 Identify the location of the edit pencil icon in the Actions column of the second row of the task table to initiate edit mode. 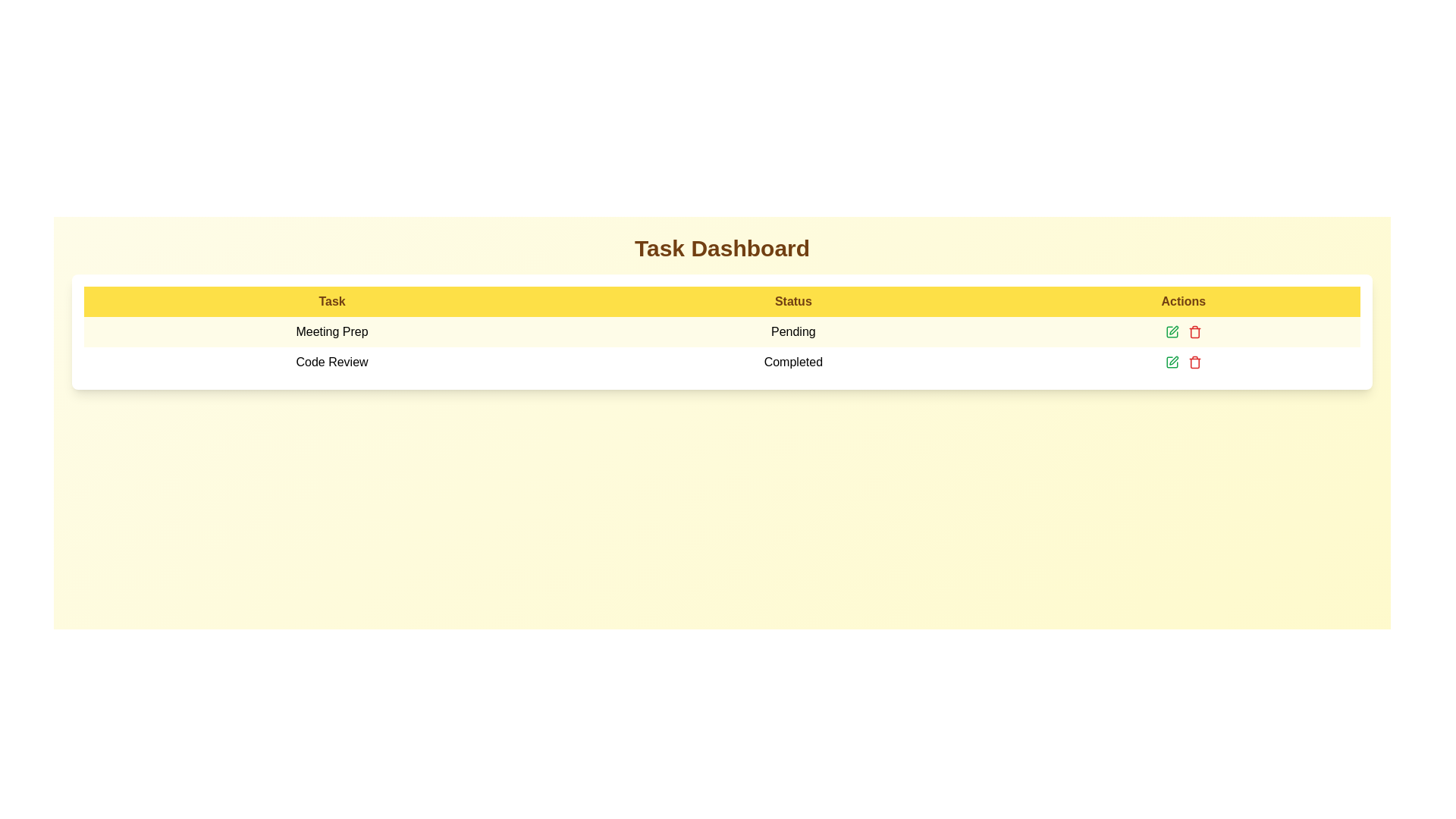
(1171, 362).